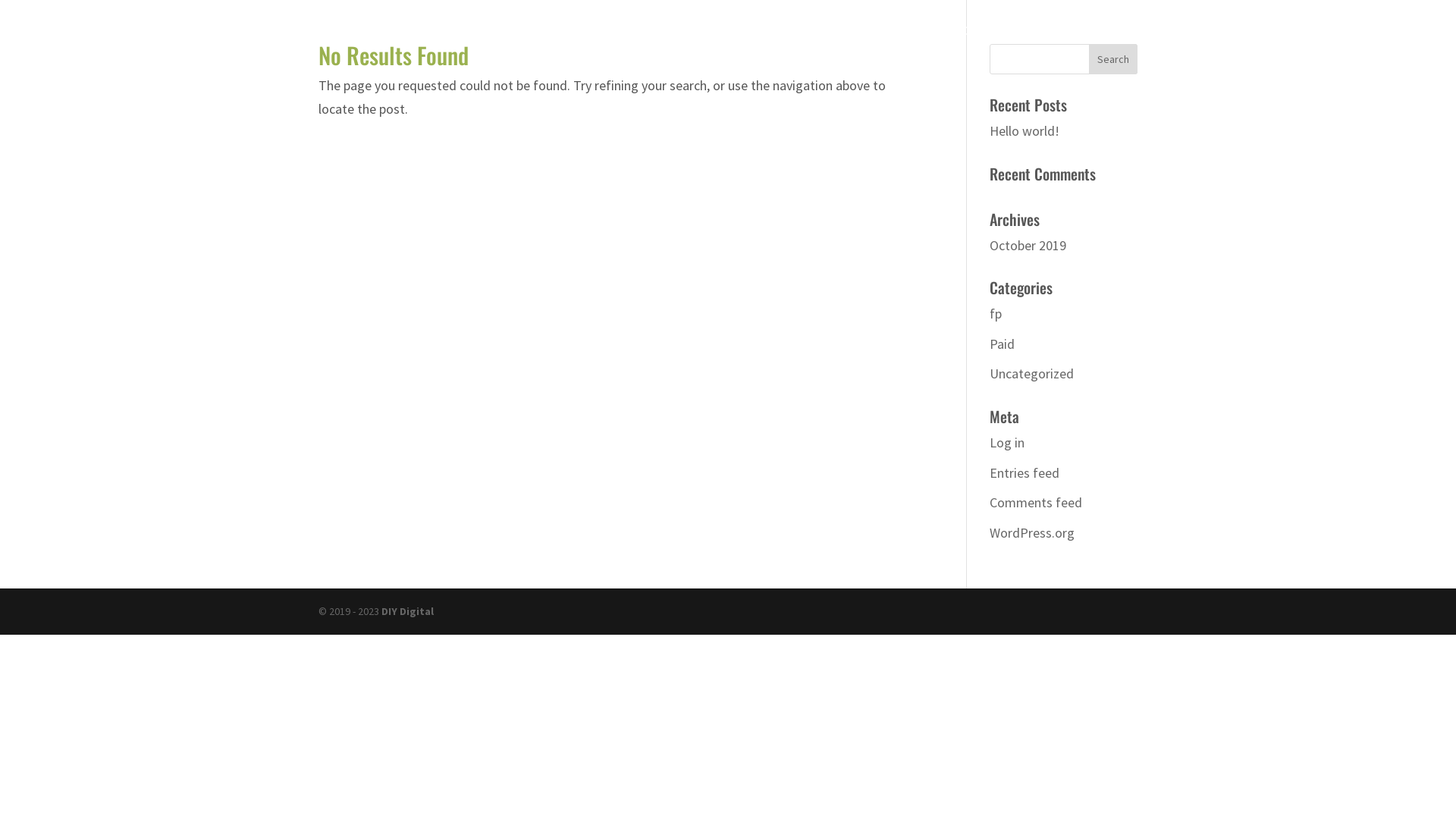  What do you see at coordinates (1007, 442) in the screenshot?
I see `'Log in'` at bounding box center [1007, 442].